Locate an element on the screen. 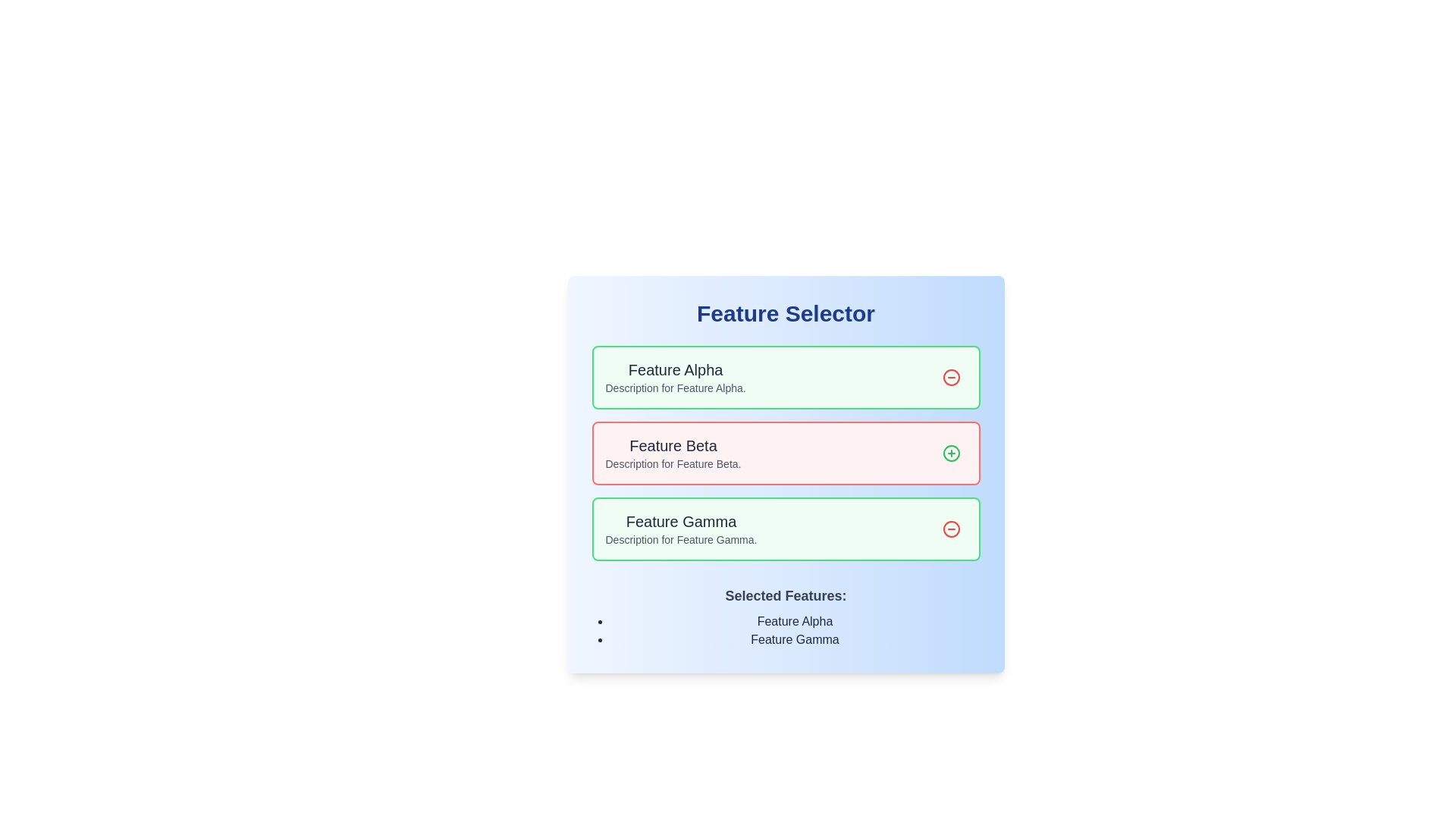 This screenshot has height=819, width=1456. the Text Label that serves as a header for the list of features, located near the bottom of the layout below the interactive panels labeled 'Feature Alpha,' 'Feature Beta,' and 'Feature Gamma.' is located at coordinates (786, 595).